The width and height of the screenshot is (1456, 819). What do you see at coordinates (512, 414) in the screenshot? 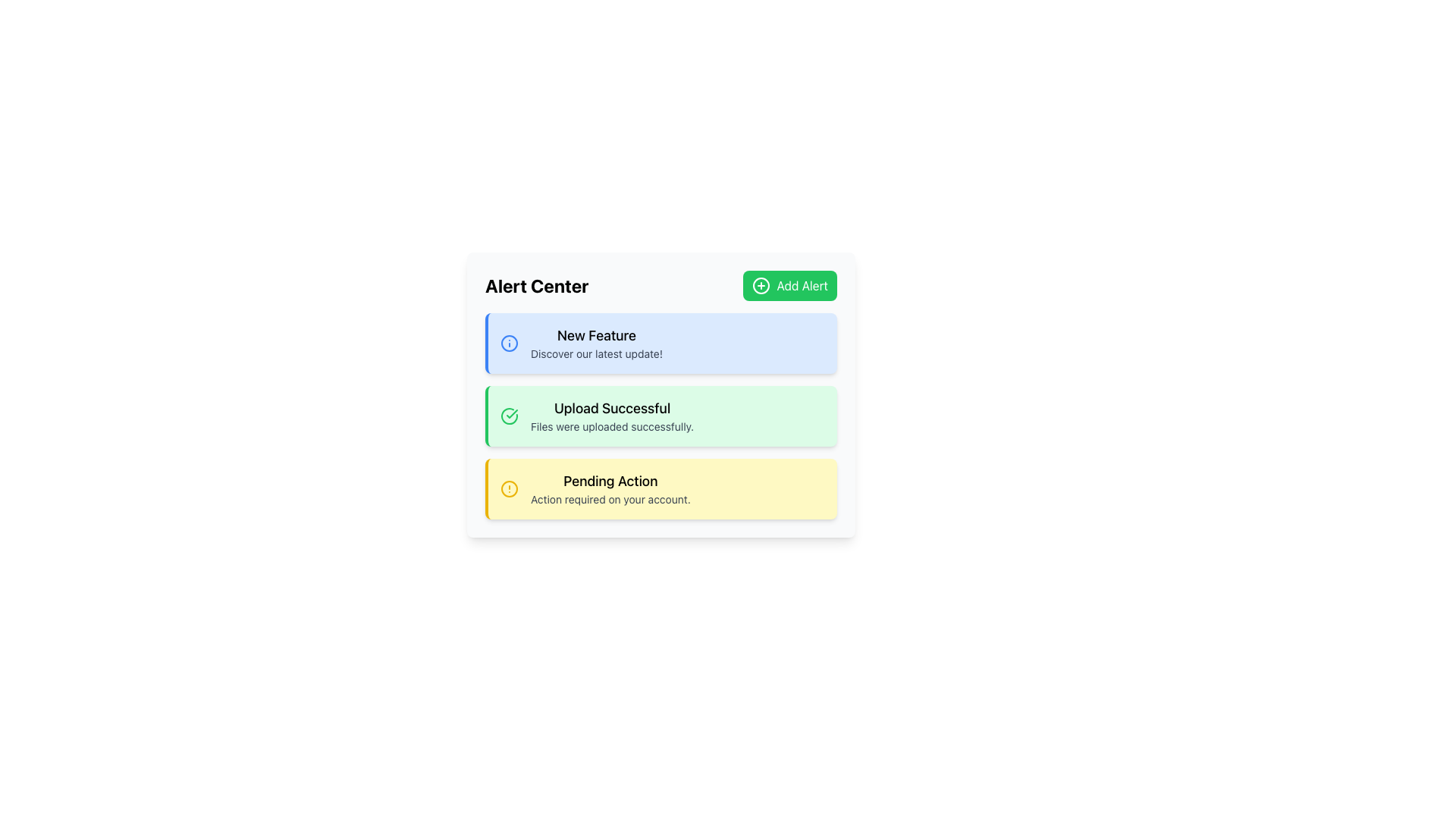
I see `the green checkmark icon located beside the 'Upload Successful' text in the notification list` at bounding box center [512, 414].